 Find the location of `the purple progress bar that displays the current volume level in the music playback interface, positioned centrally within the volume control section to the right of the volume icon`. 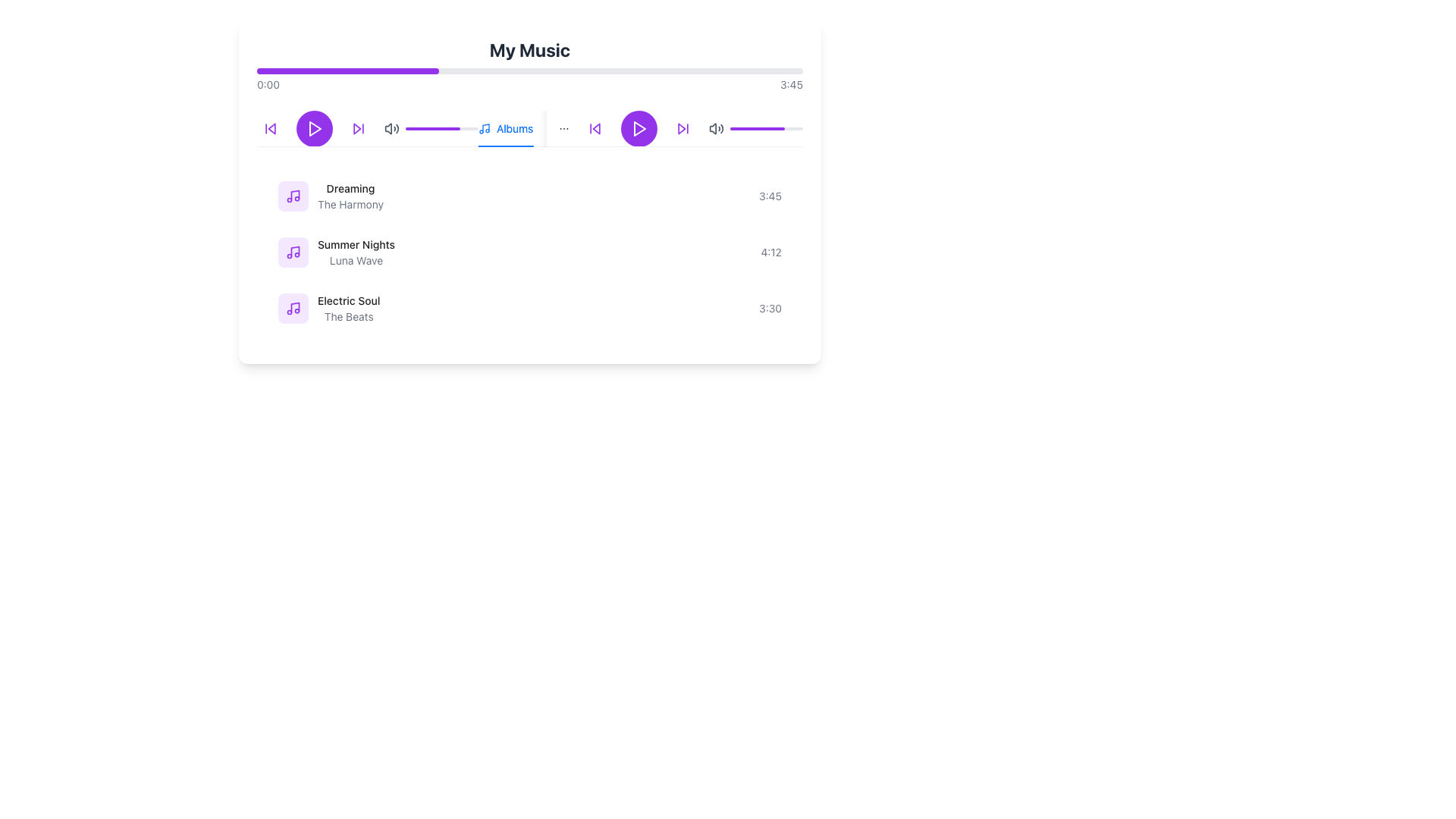

the purple progress bar that displays the current volume level in the music playback interface, positioned centrally within the volume control section to the right of the volume icon is located at coordinates (767, 127).